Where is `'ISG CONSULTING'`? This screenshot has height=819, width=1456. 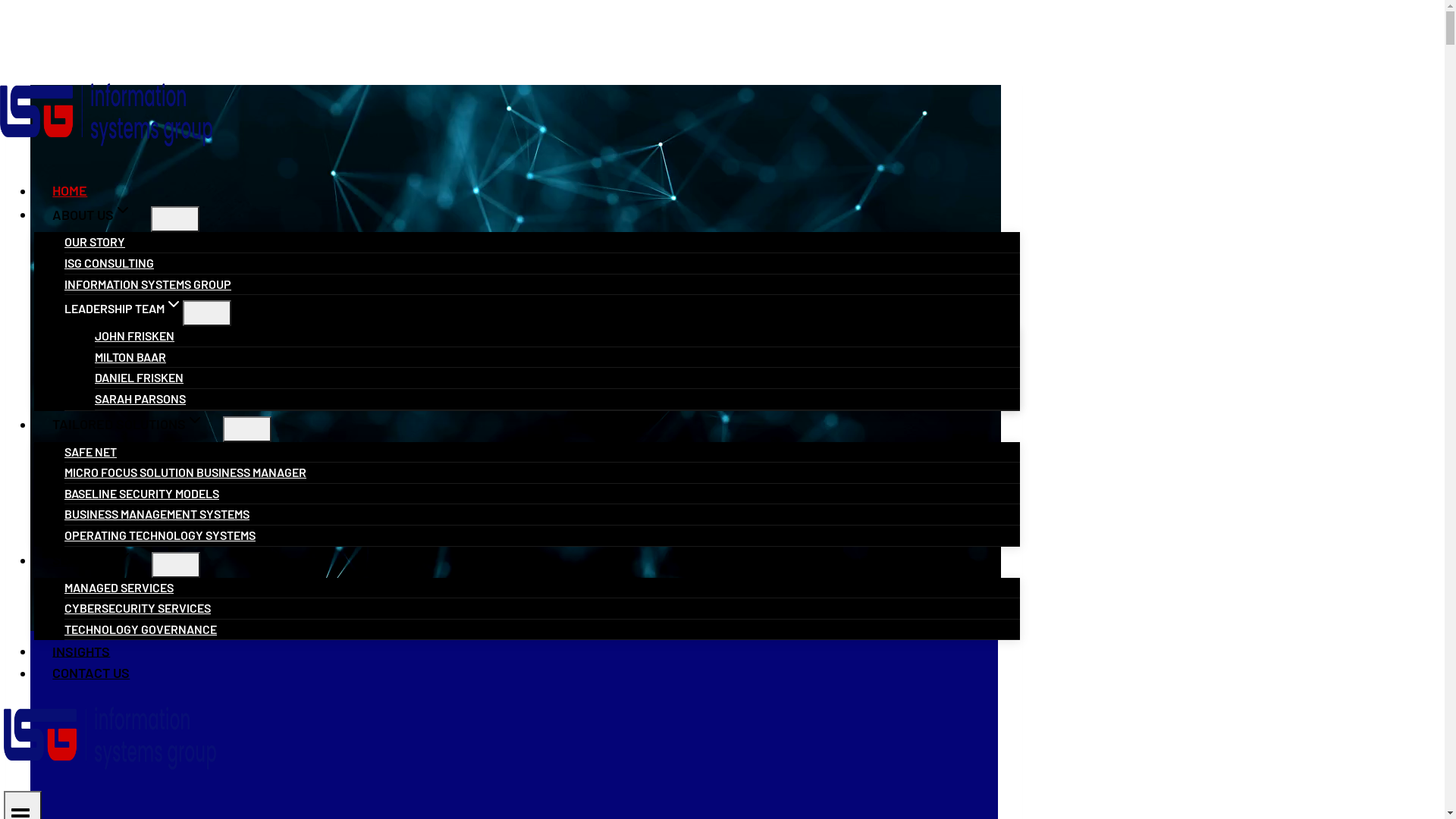 'ISG CONSULTING' is located at coordinates (108, 262).